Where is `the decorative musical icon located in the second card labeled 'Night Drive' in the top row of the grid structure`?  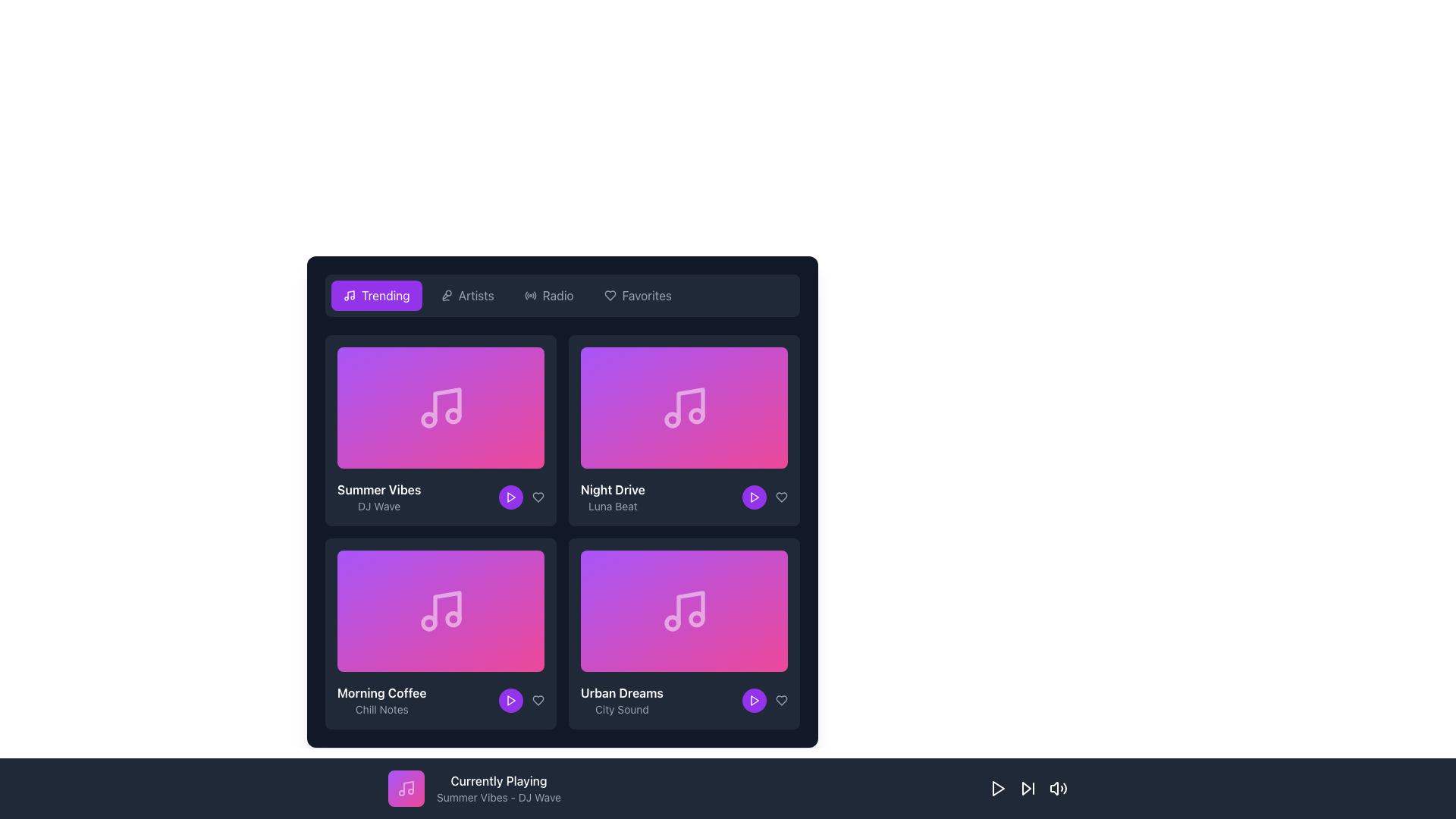
the decorative musical icon located in the second card labeled 'Night Drive' in the top row of the grid structure is located at coordinates (683, 406).